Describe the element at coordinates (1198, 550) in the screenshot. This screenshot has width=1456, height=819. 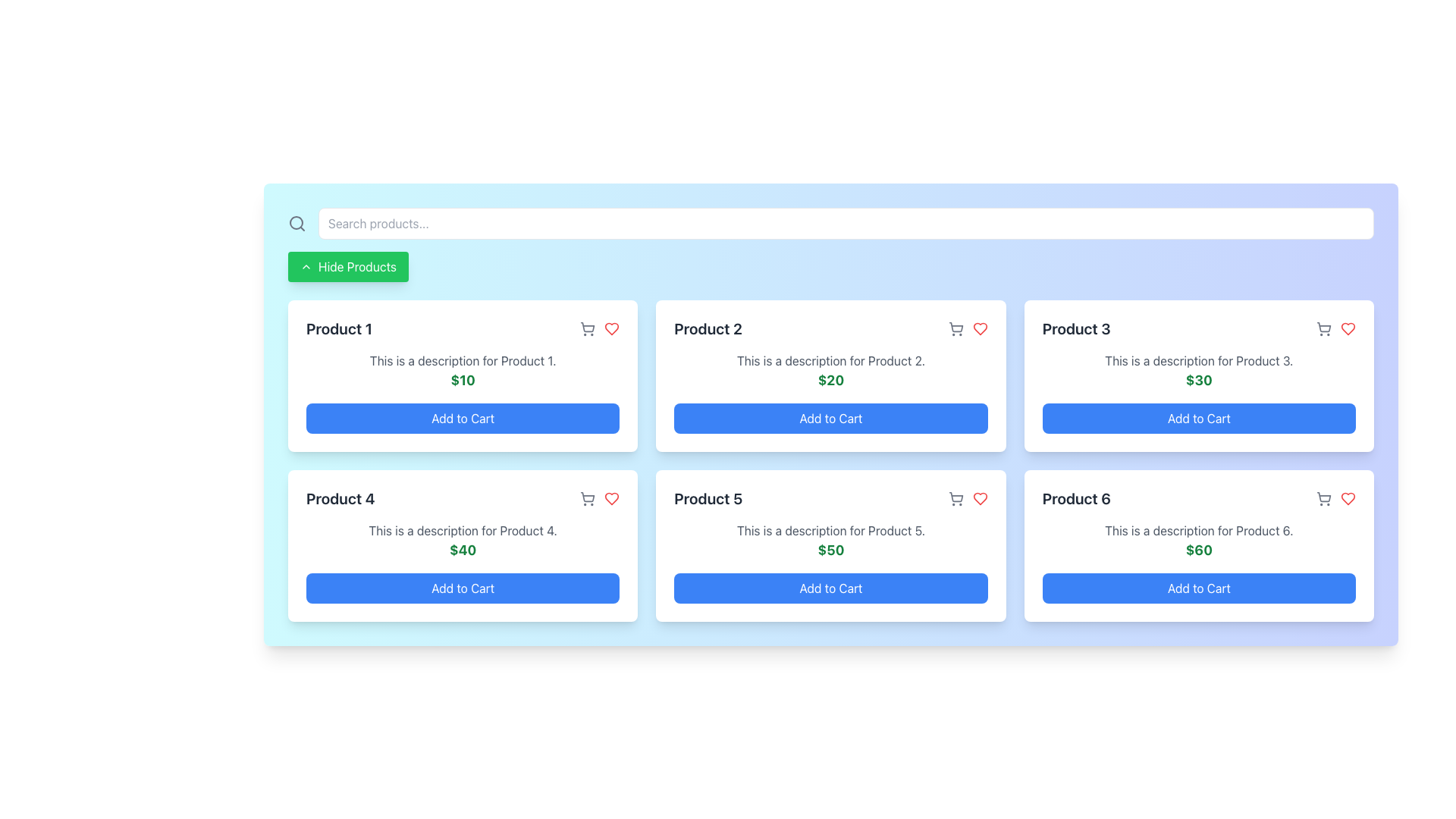
I see `the bold green text element displaying '$60', located above the 'Add to Cart' button in the 'Product 6' card for more details` at that location.